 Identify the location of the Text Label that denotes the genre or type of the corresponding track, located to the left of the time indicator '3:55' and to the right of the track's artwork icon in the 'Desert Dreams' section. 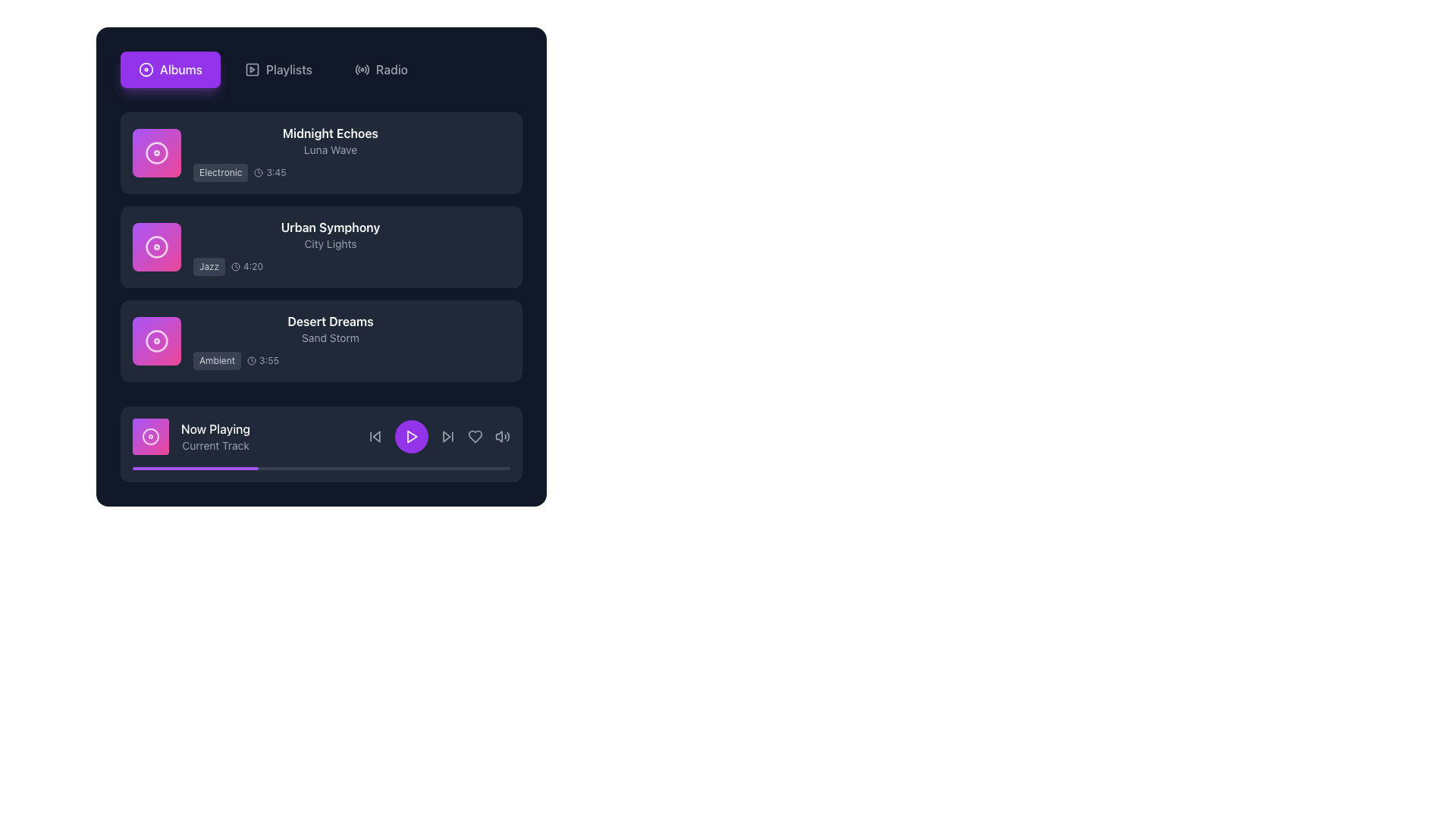
(216, 360).